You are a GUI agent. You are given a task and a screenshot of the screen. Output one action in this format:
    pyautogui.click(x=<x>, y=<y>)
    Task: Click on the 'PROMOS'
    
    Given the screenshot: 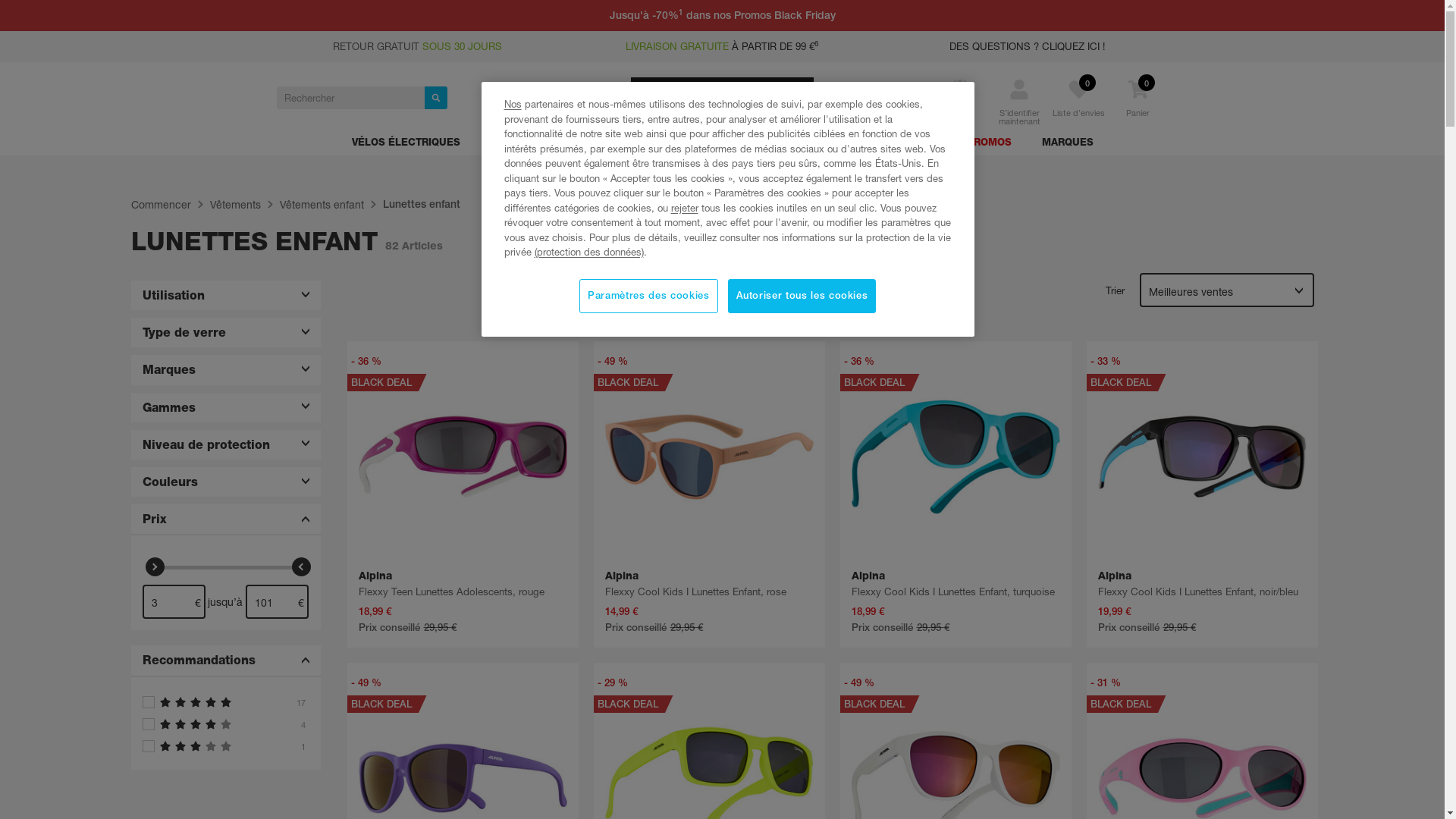 What is the action you would take?
    pyautogui.click(x=988, y=145)
    